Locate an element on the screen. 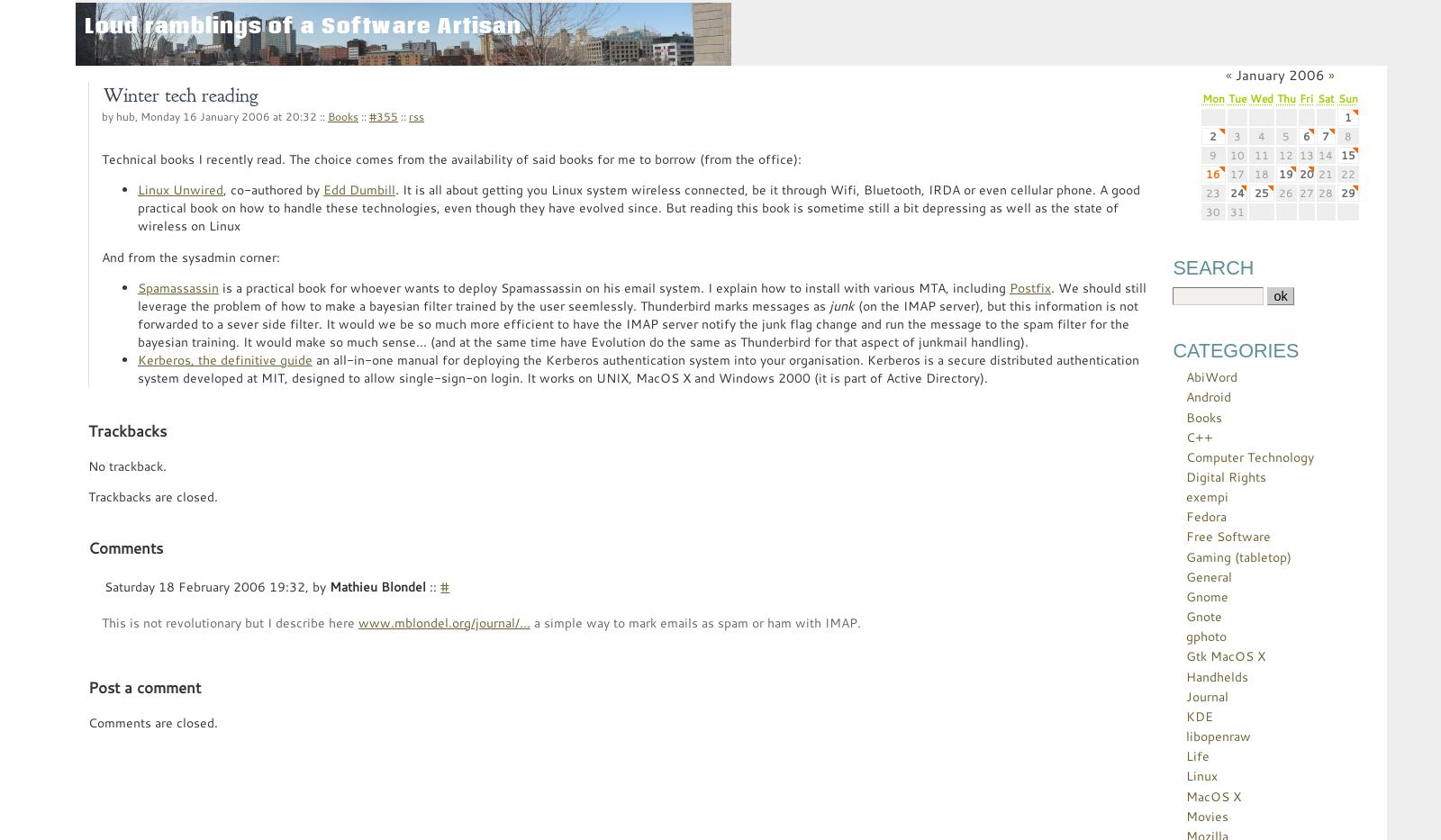  '13' is located at coordinates (1305, 155).